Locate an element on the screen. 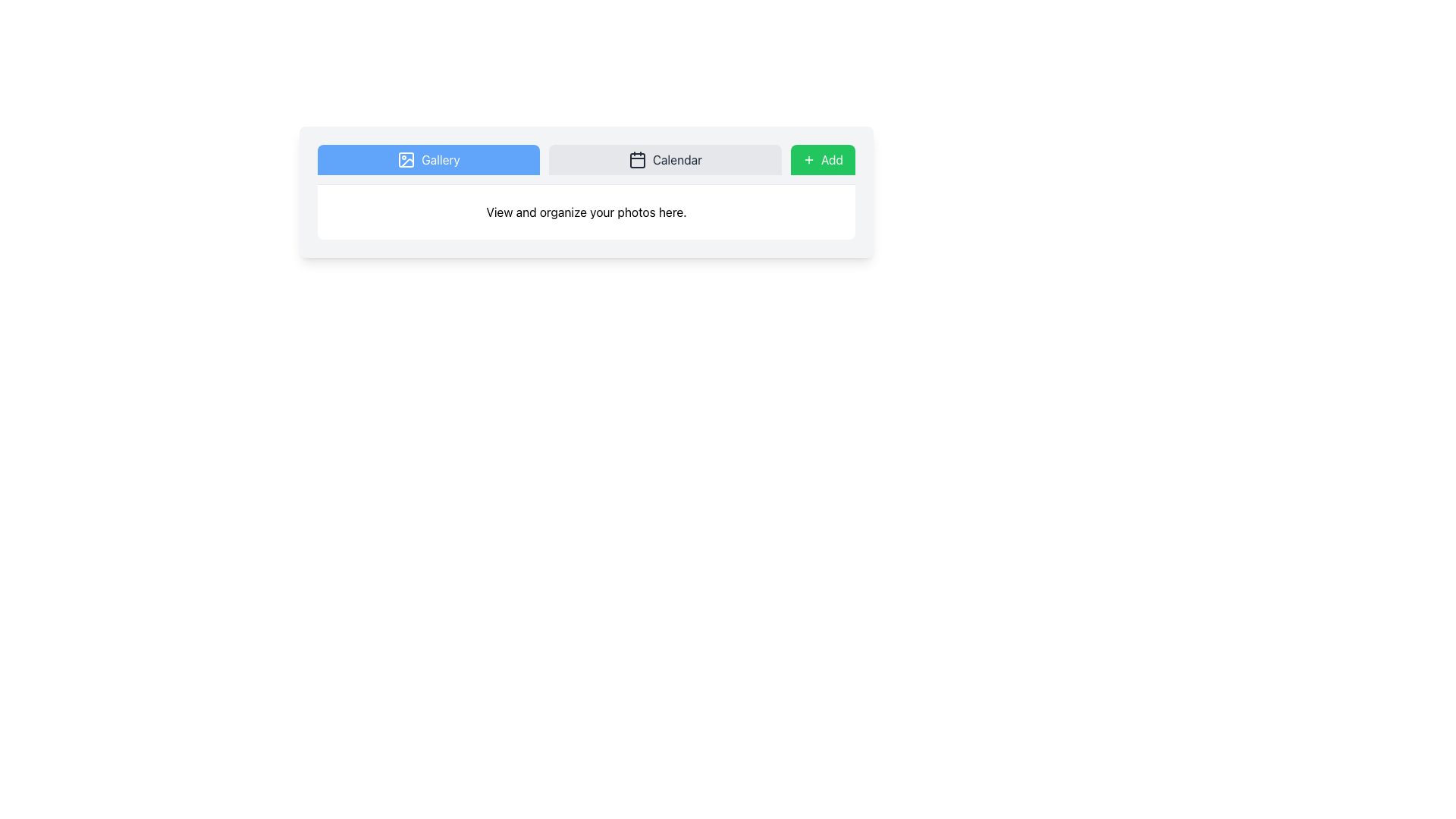  the calendar button located in the navigation bar is located at coordinates (665, 160).